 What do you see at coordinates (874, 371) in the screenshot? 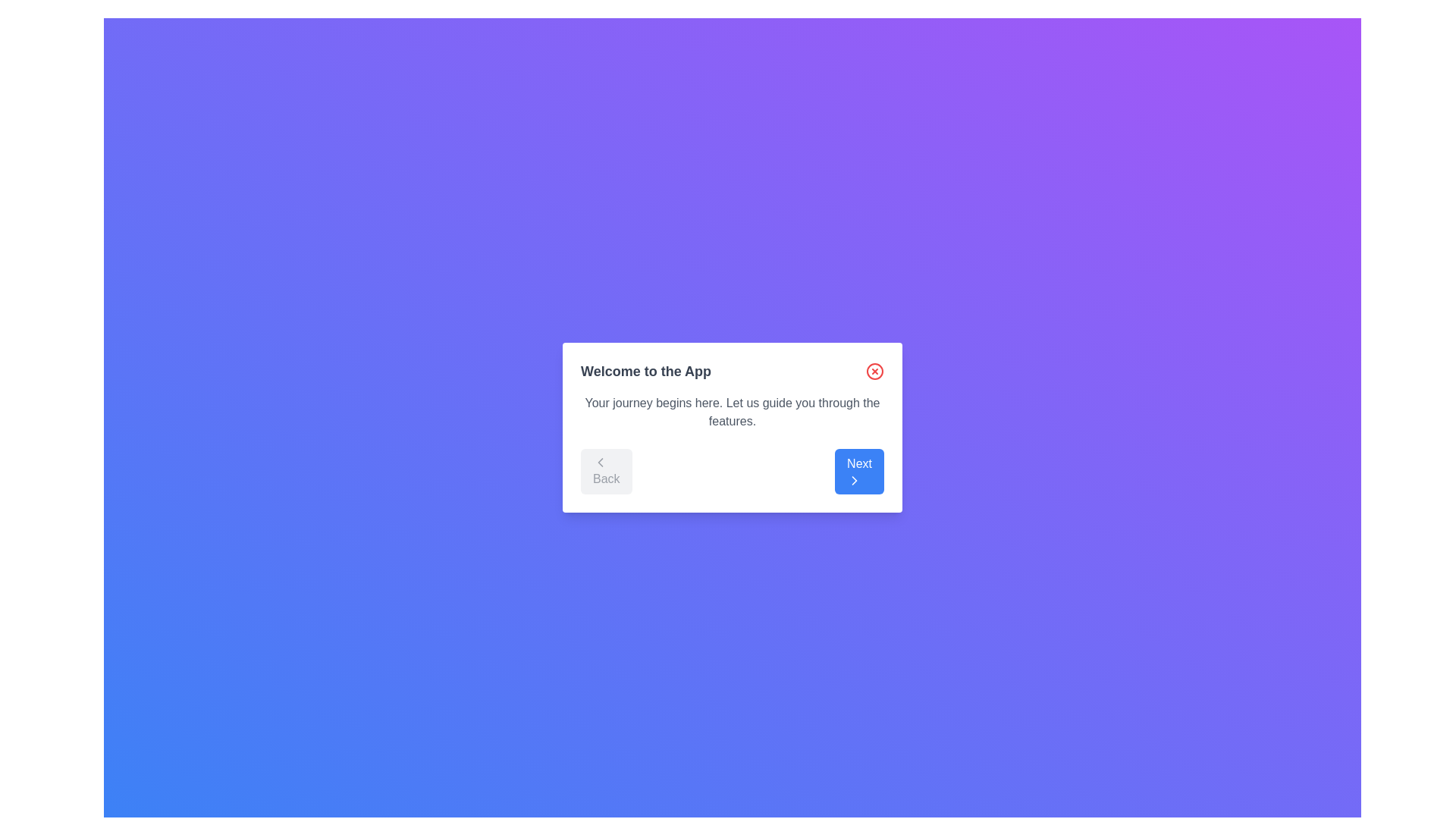
I see `the close button located at the top-right corner of the dialog box` at bounding box center [874, 371].